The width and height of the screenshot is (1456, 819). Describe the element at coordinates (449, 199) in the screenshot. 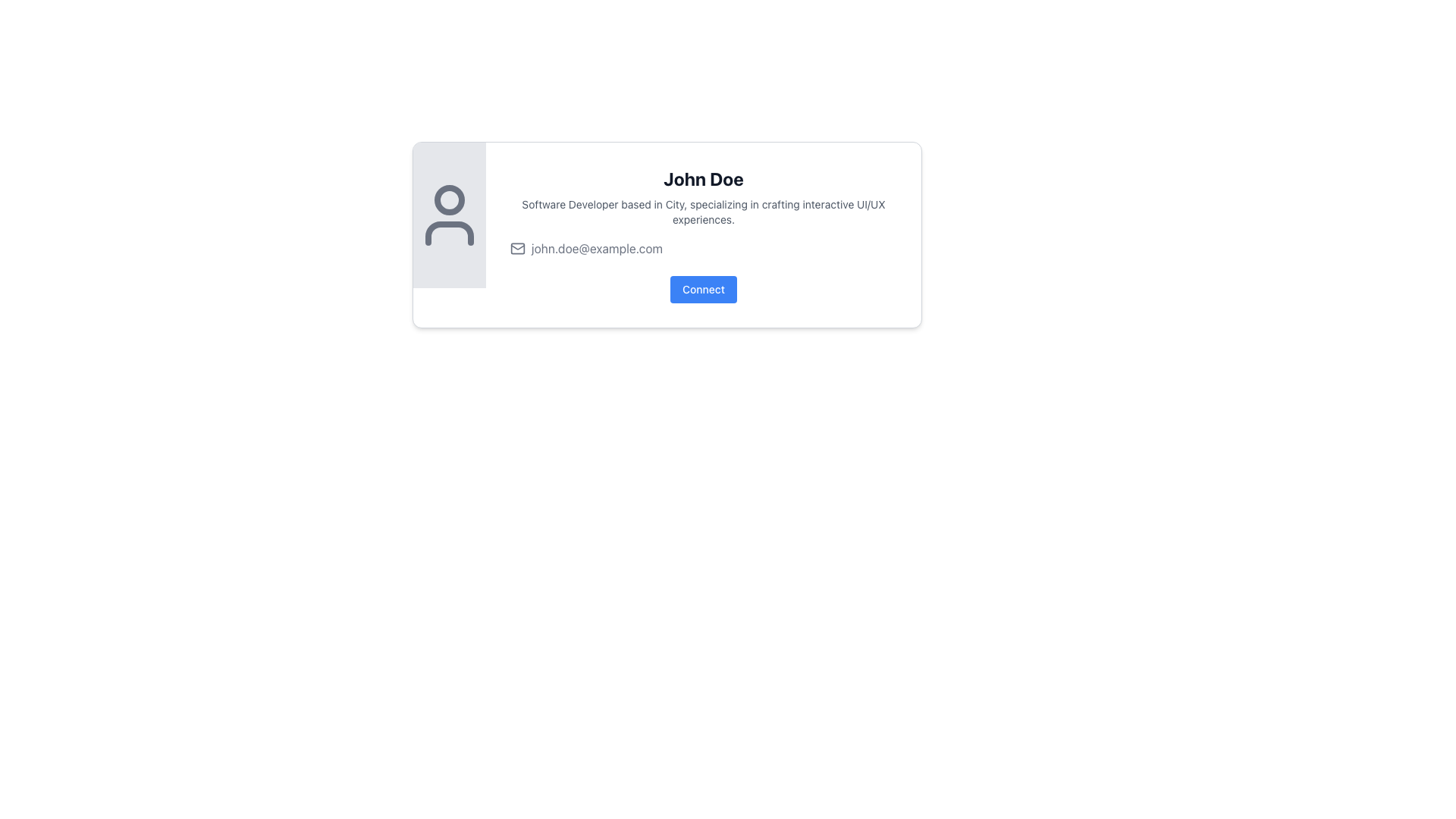

I see `the circular user icon head element with a gray outline, located at the top of the outlined human figure representation within the SVG graphic` at that location.